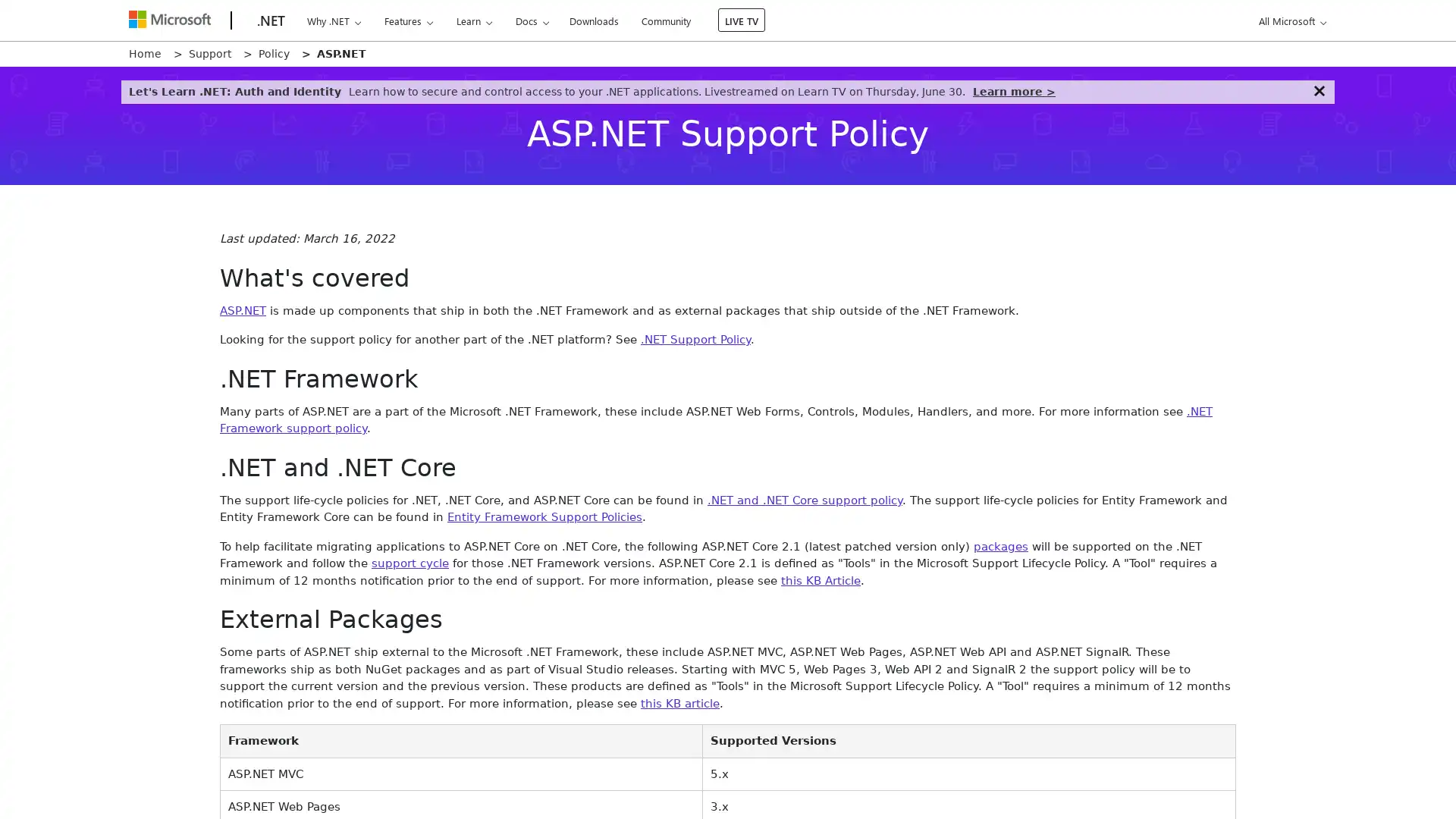  What do you see at coordinates (408, 20) in the screenshot?
I see `Features` at bounding box center [408, 20].